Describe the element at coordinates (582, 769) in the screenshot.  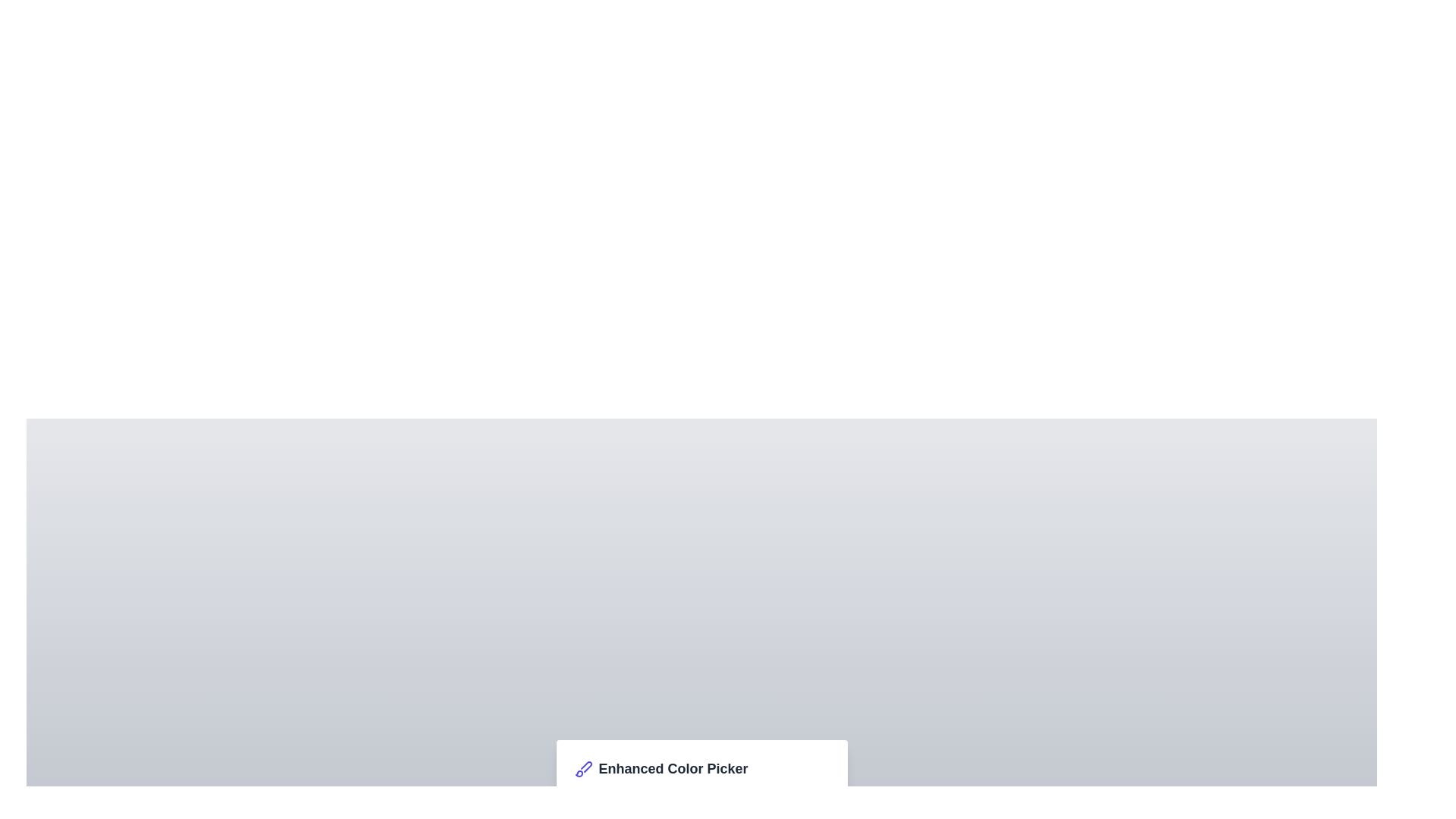
I see `the indigo brush-shaped icon located to the left of the 'Enhanced Color Picker' text` at that location.